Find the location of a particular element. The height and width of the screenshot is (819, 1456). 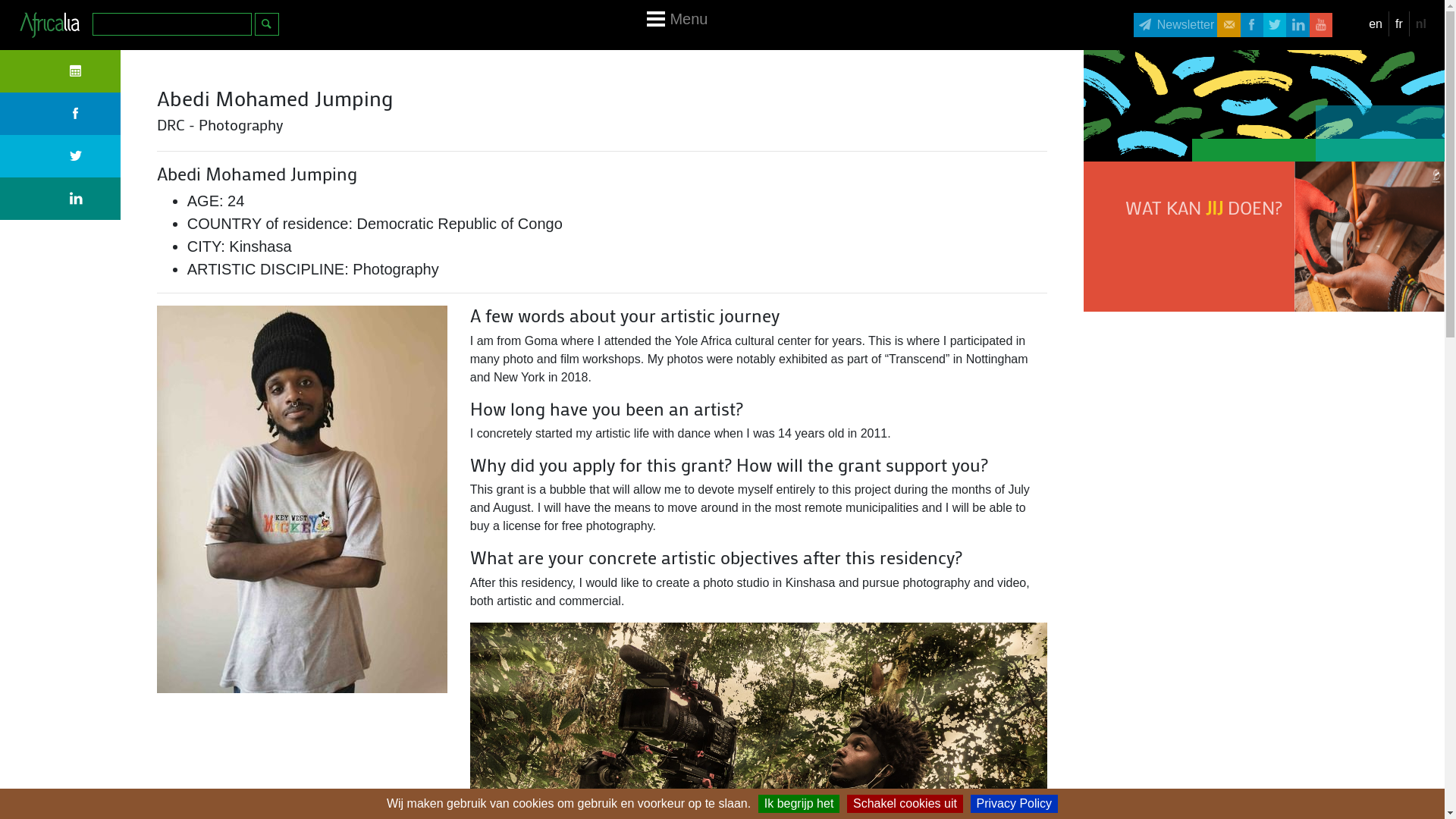

'fr' is located at coordinates (1398, 24).